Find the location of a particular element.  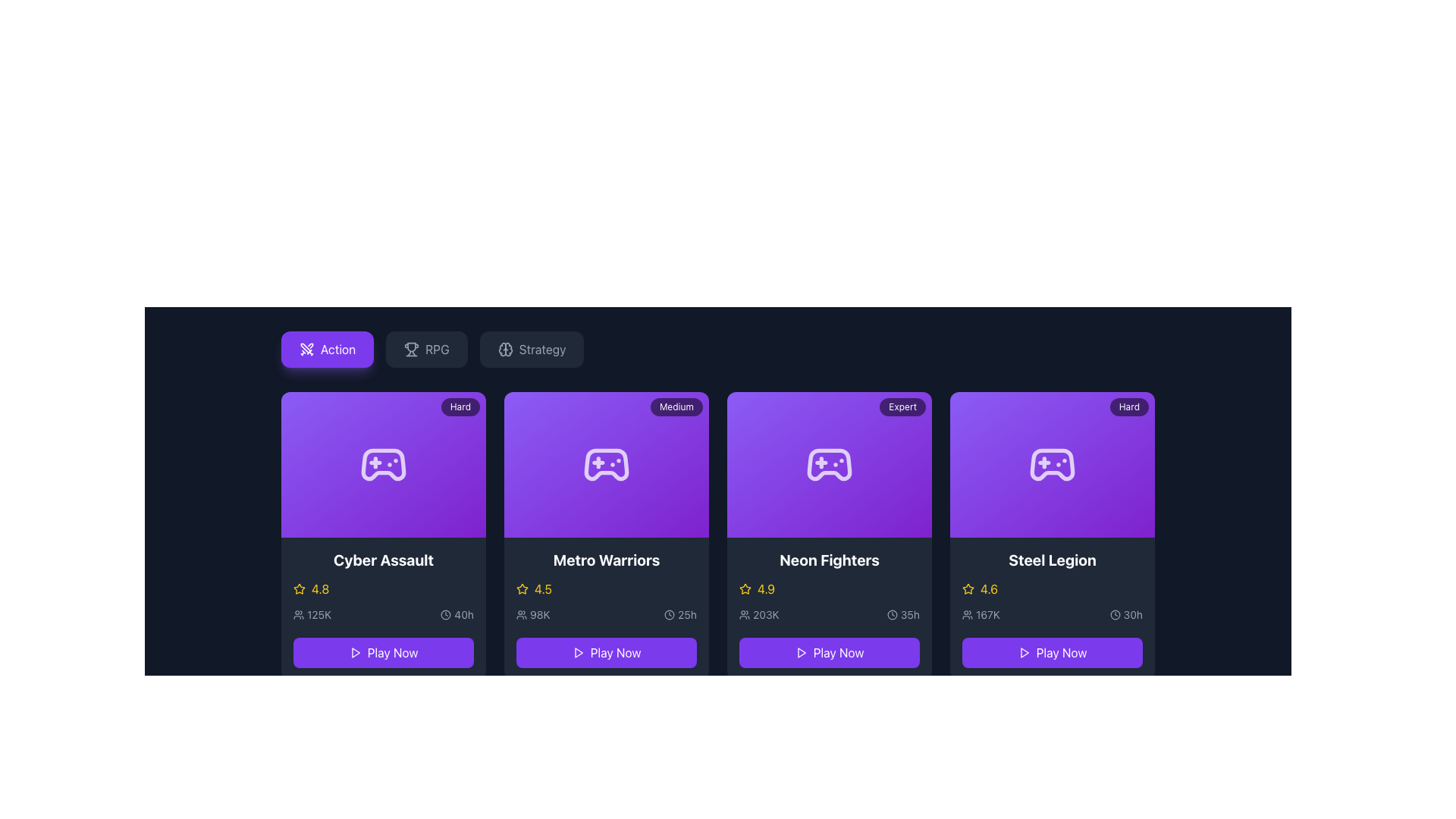

the play icon located in the fourth card (Steel Legion) within the 'Play Now' button area is located at coordinates (1024, 651).